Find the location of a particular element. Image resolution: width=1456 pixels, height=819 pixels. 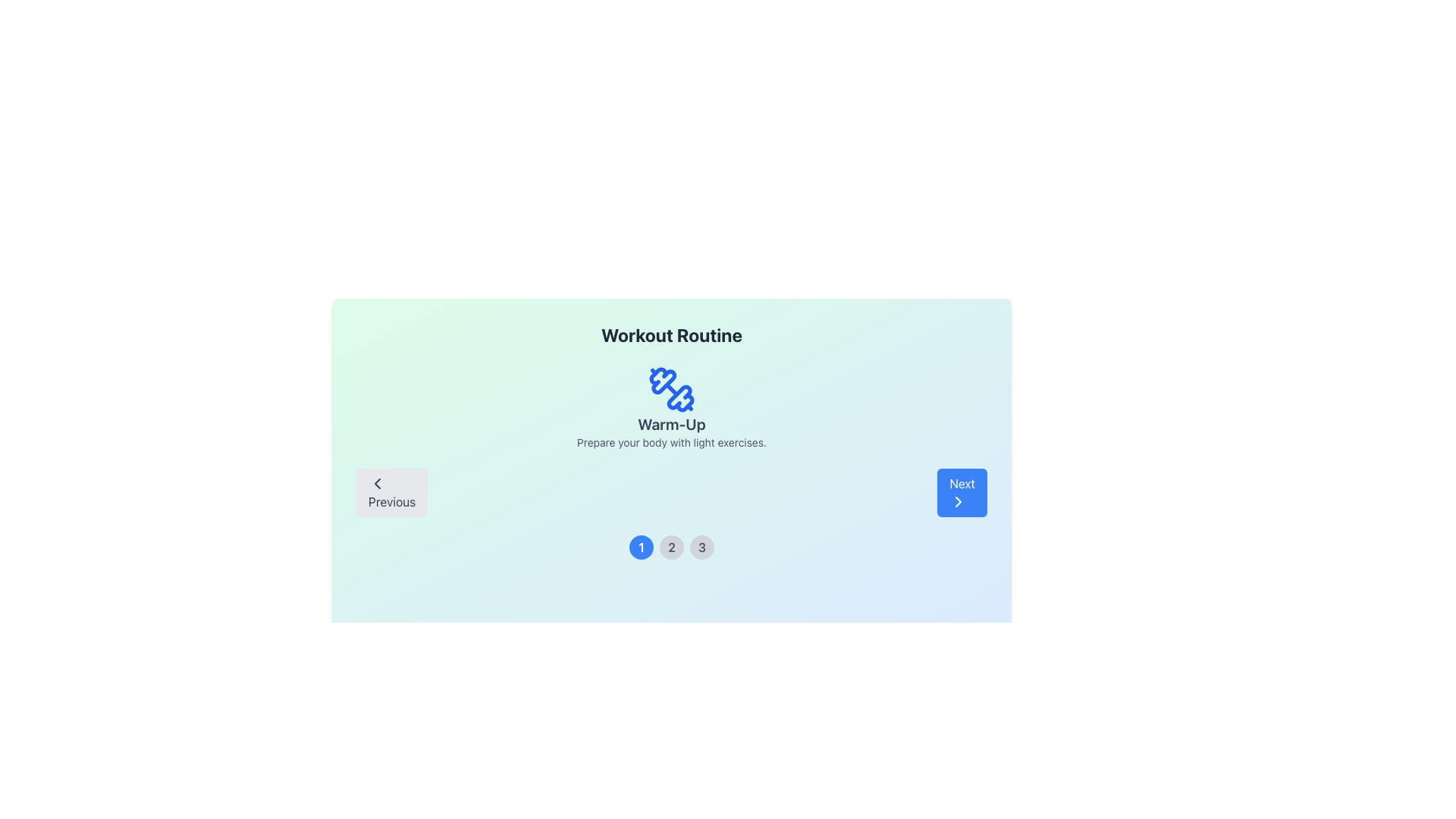

the 'Warm-Up' text label, which serves as the title for the section summarizing the associated content or actions is located at coordinates (671, 424).